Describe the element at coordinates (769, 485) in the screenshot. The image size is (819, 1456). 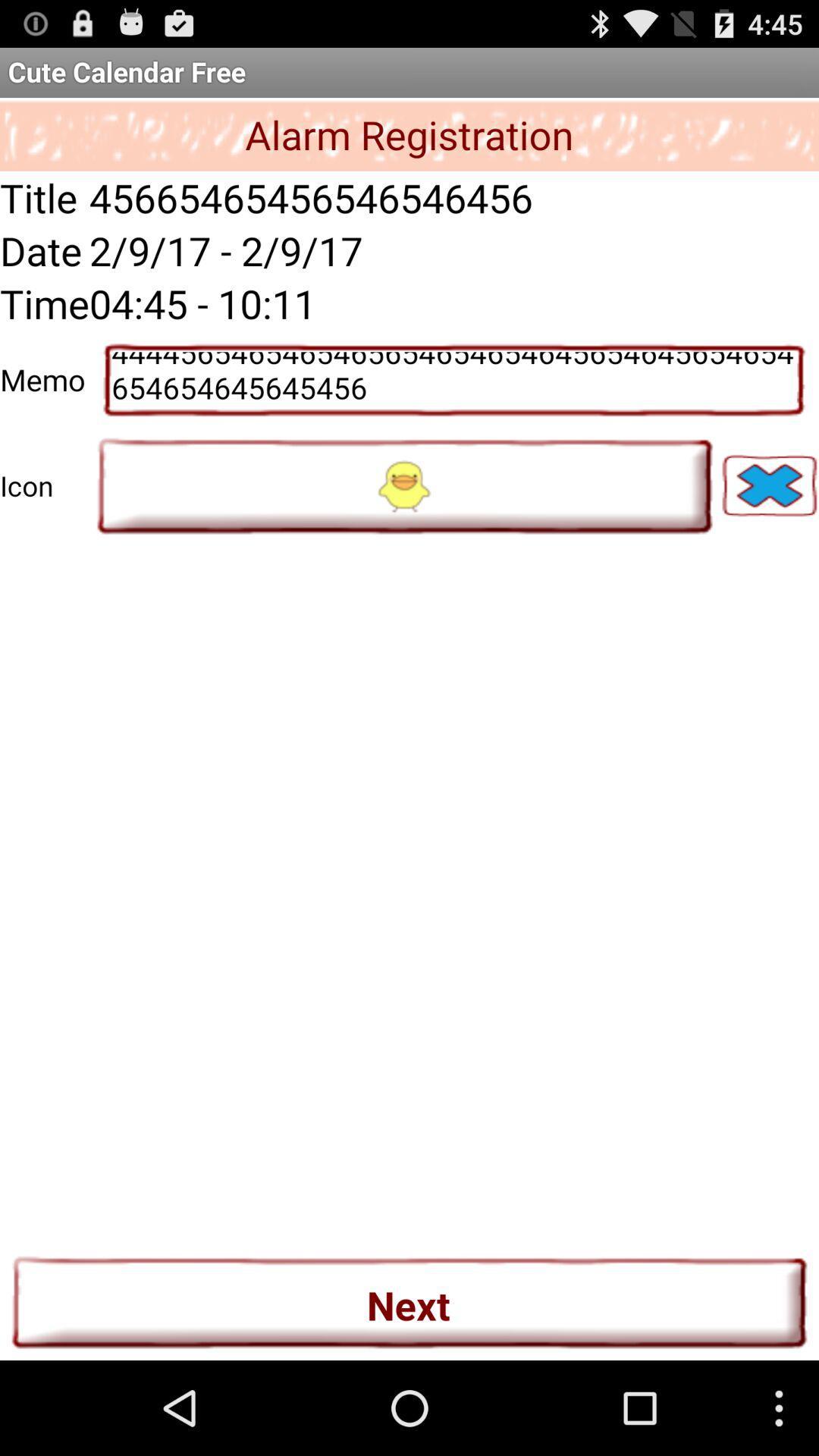
I see `cancel` at that location.